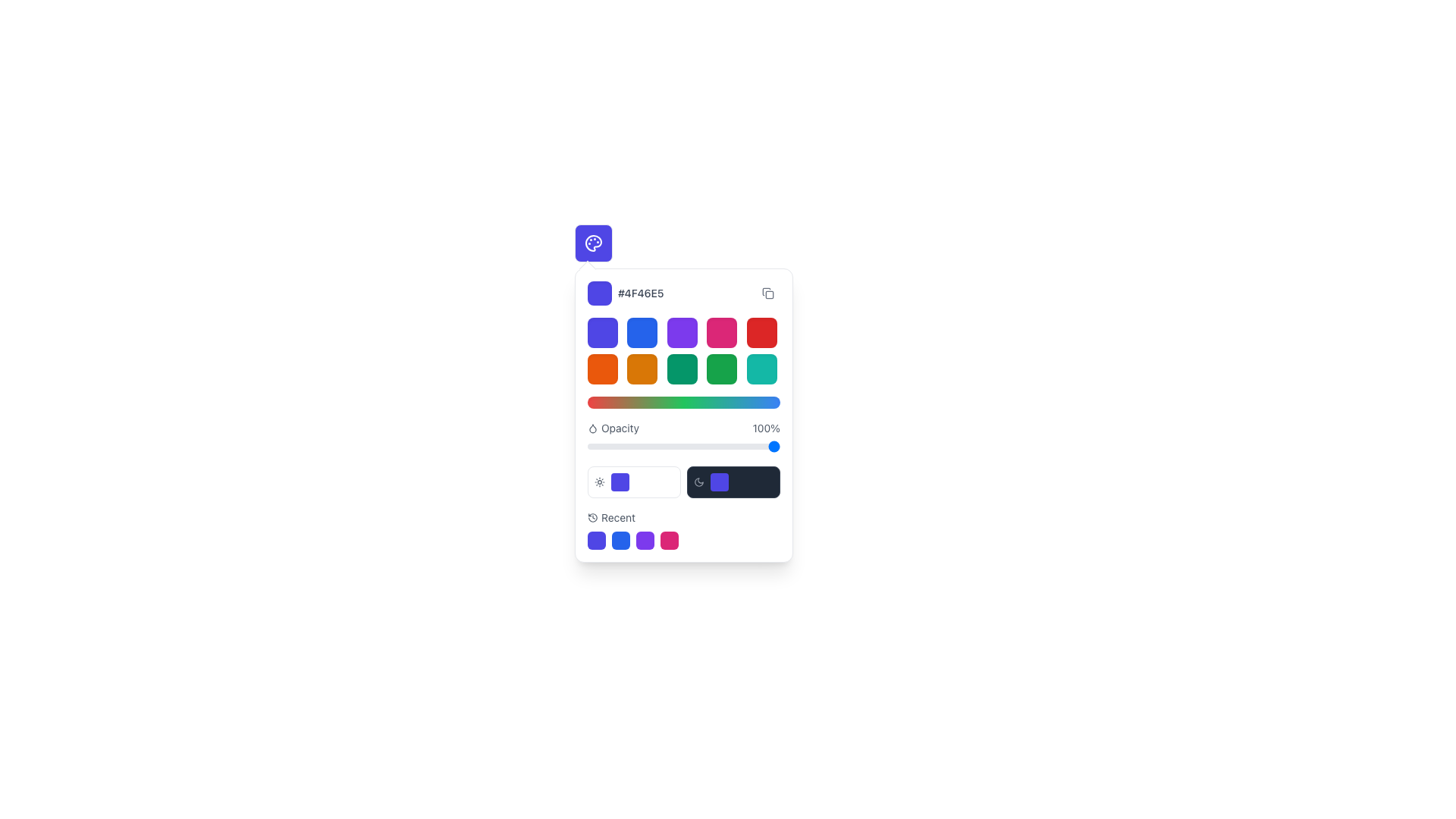 This screenshot has width=1456, height=819. Describe the element at coordinates (681, 332) in the screenshot. I see `the third button in the first row of the 5x2 grid, which is a square-shaped button with a purple color and rounded corners, to observe the scaling effect` at that location.